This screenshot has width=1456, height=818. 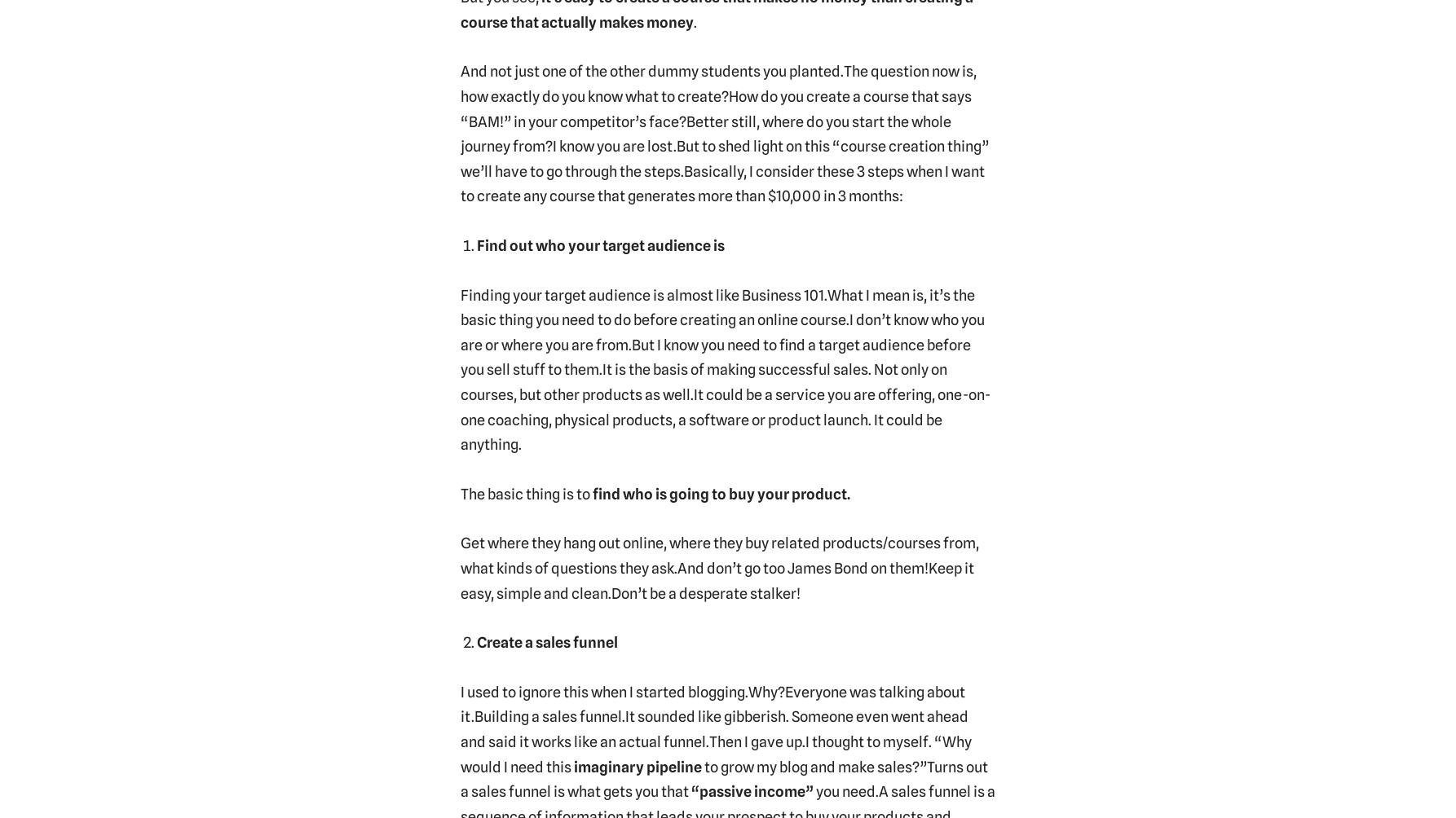 I want to click on 'I used to ignore this when I started blogging.', so click(x=603, y=691).